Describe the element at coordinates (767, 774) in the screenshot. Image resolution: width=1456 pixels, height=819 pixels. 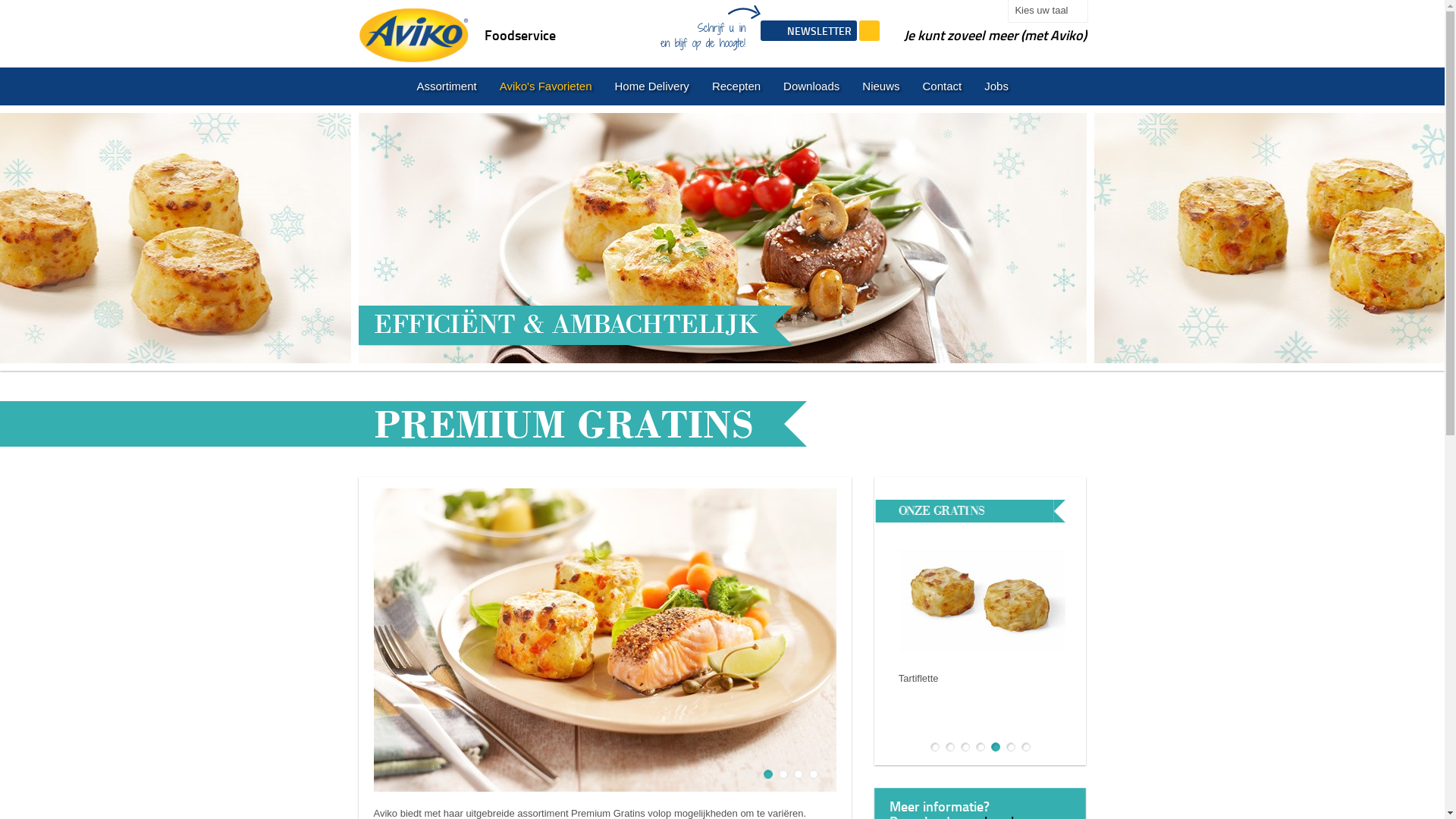
I see `'1'` at that location.